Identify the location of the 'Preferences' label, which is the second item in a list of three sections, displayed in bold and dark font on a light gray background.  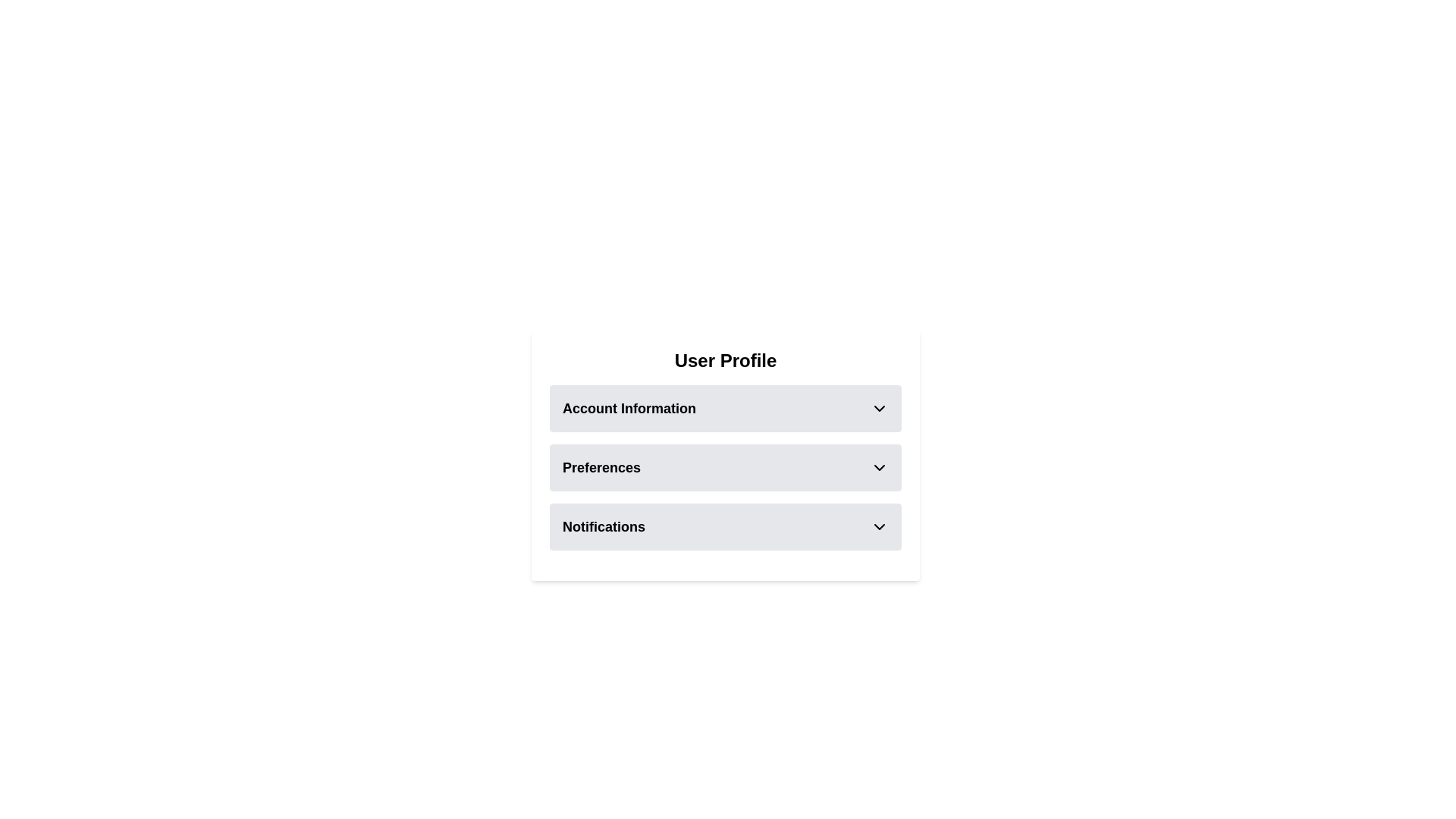
(601, 467).